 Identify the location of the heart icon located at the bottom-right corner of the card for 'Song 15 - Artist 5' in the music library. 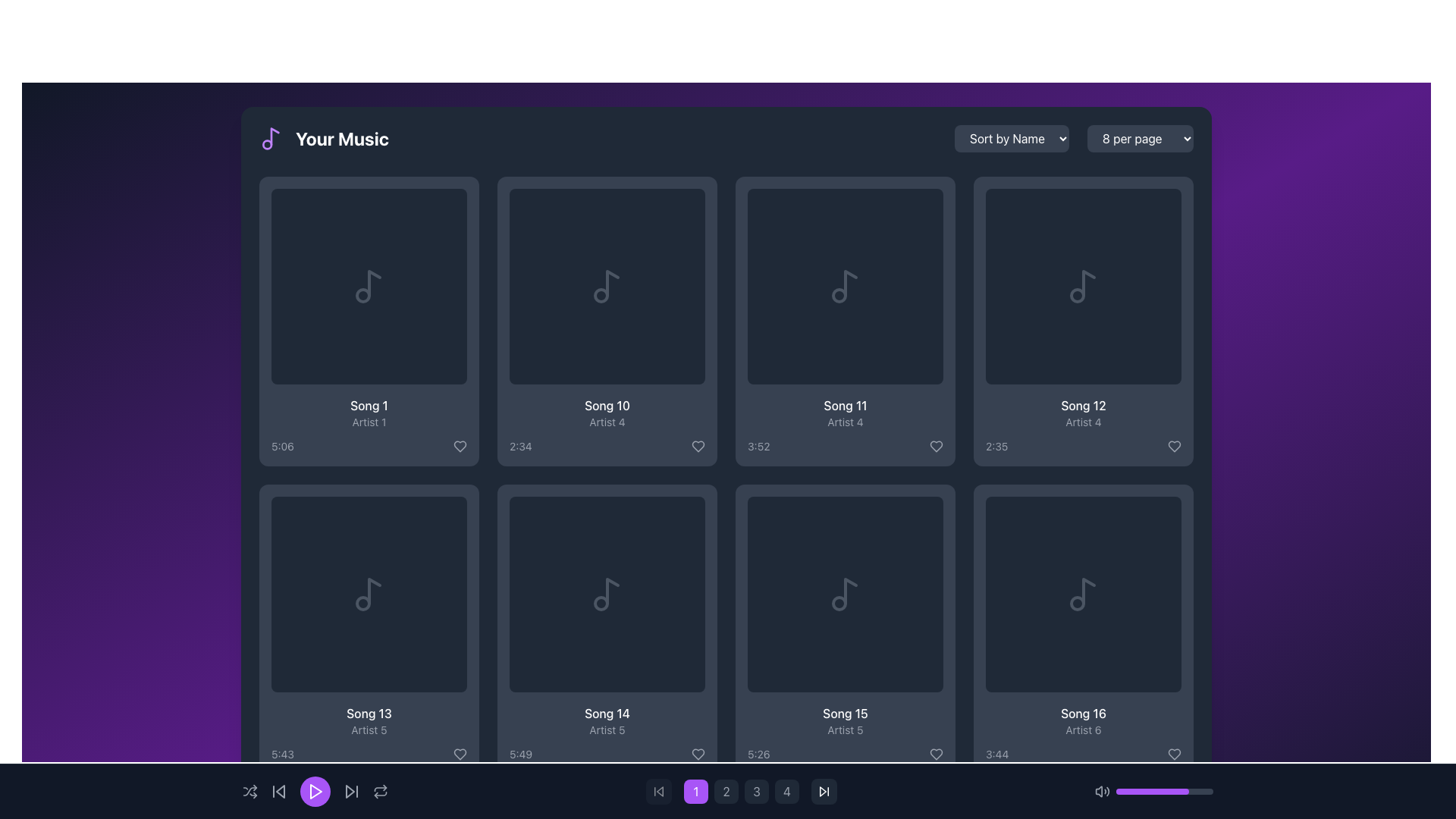
(935, 755).